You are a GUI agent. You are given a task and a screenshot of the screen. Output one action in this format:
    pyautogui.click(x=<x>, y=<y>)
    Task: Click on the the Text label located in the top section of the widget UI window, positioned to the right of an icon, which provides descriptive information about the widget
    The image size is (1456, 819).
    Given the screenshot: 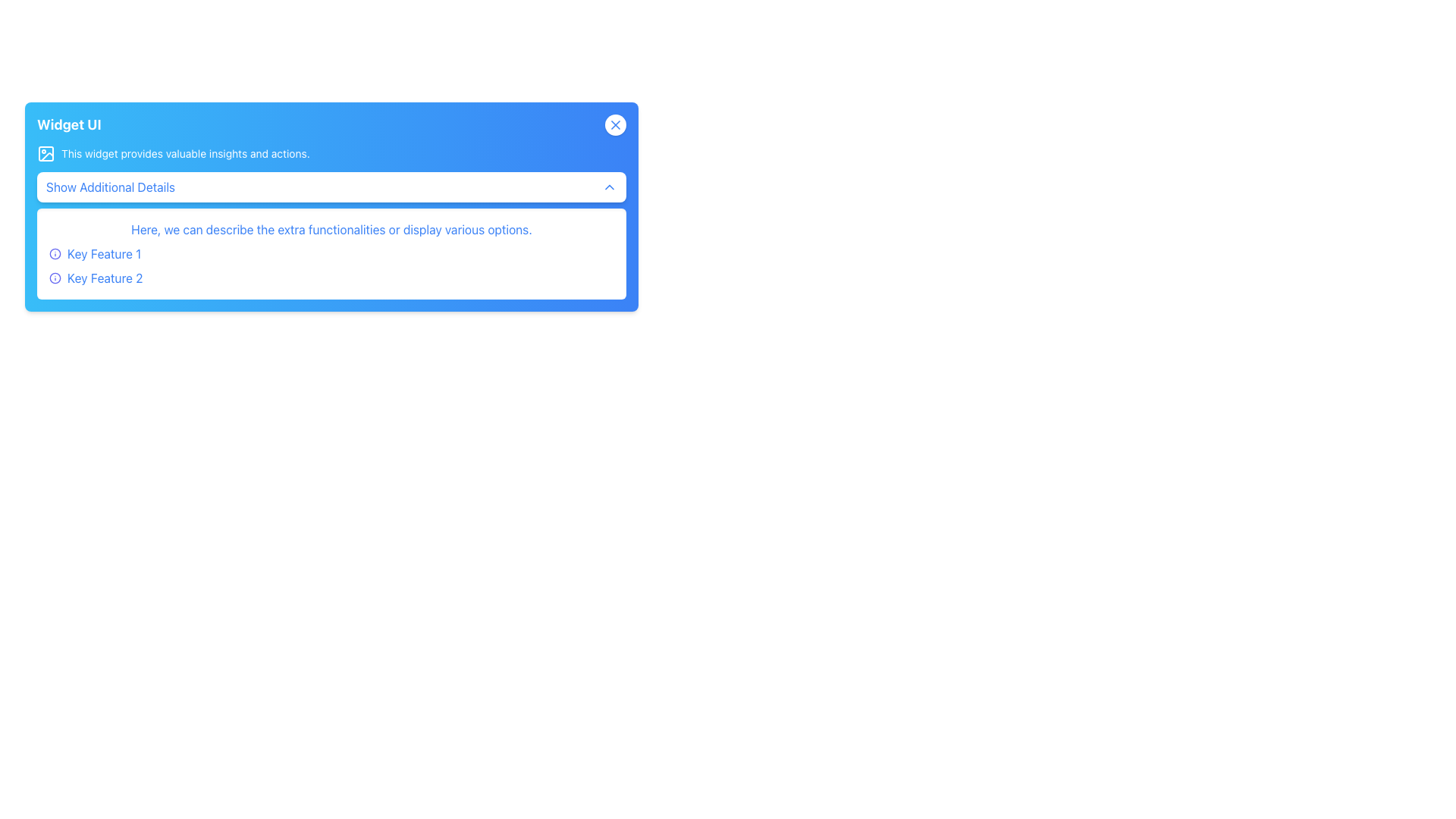 What is the action you would take?
    pyautogui.click(x=184, y=154)
    